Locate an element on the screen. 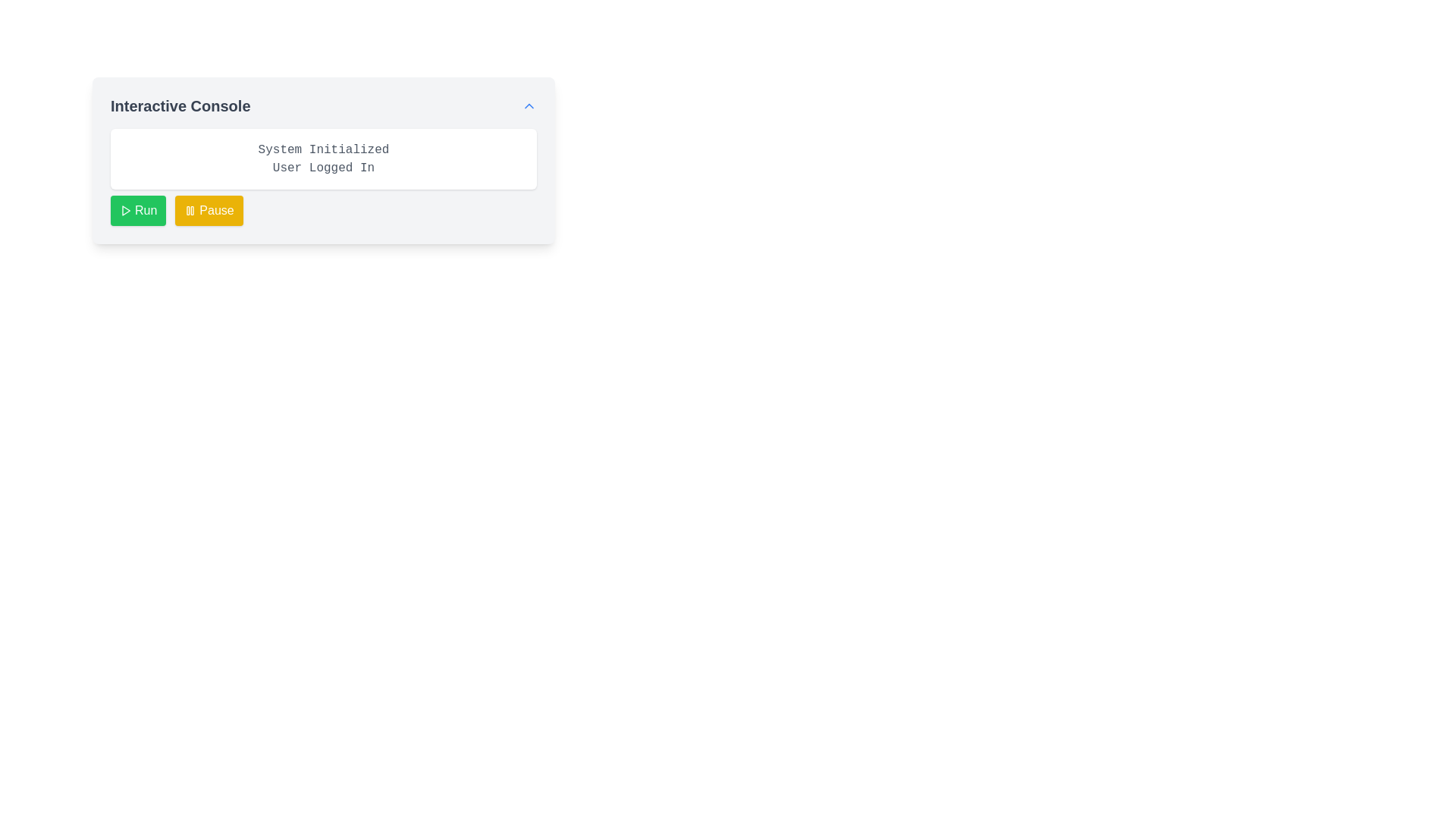  the second rectangle of the pause icon, located below the 'System Initialized' text, to receive visual feedback is located at coordinates (192, 210).